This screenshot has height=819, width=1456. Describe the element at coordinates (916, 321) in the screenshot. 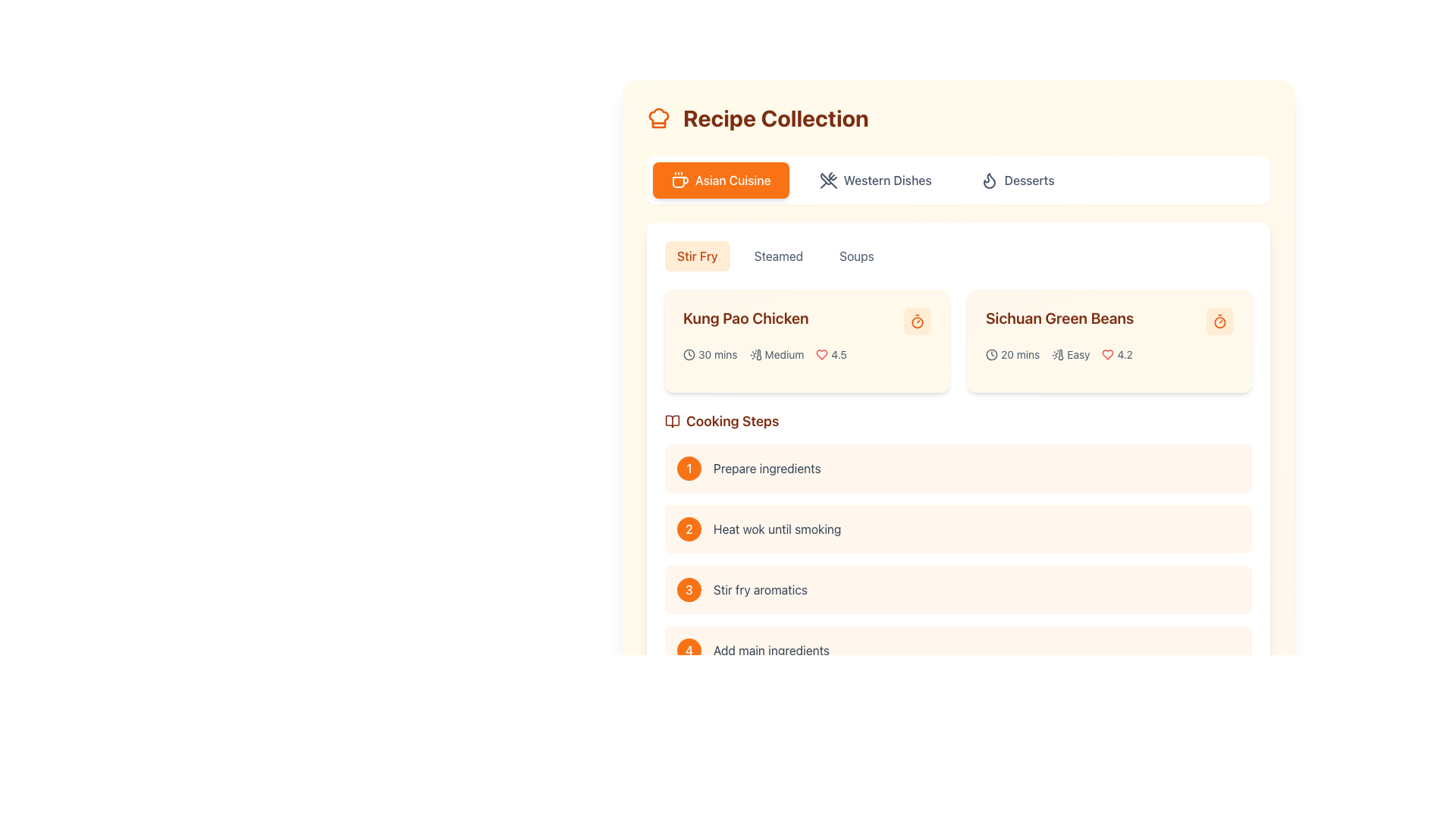

I see `the small circular icon button with a timer glyph in the center, located in the top-right corner of the 'Kung Pao Chicken' card` at that location.